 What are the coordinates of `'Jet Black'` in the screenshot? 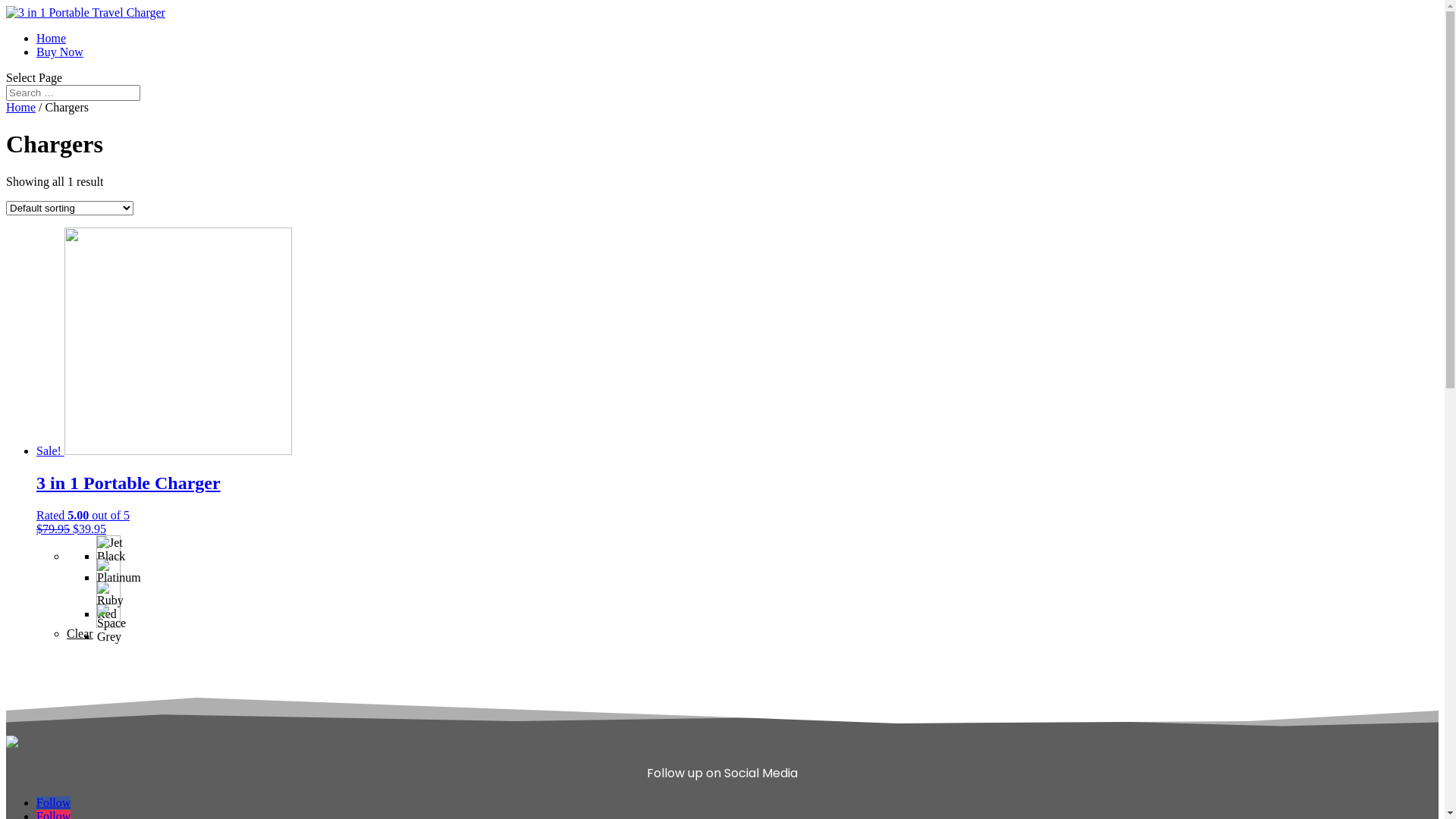 It's located at (108, 547).